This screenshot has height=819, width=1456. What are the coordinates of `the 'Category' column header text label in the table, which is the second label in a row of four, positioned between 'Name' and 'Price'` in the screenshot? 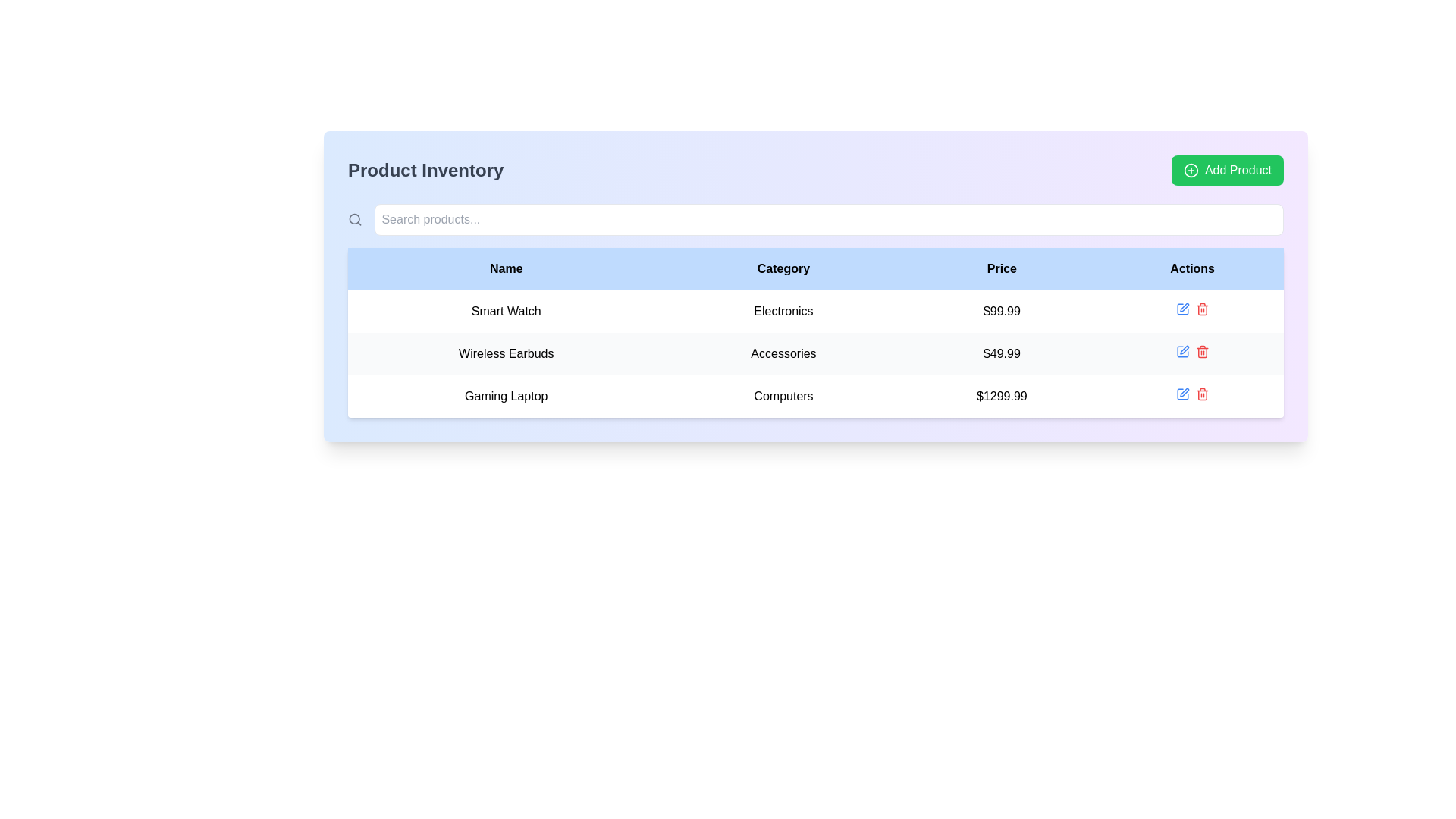 It's located at (783, 268).